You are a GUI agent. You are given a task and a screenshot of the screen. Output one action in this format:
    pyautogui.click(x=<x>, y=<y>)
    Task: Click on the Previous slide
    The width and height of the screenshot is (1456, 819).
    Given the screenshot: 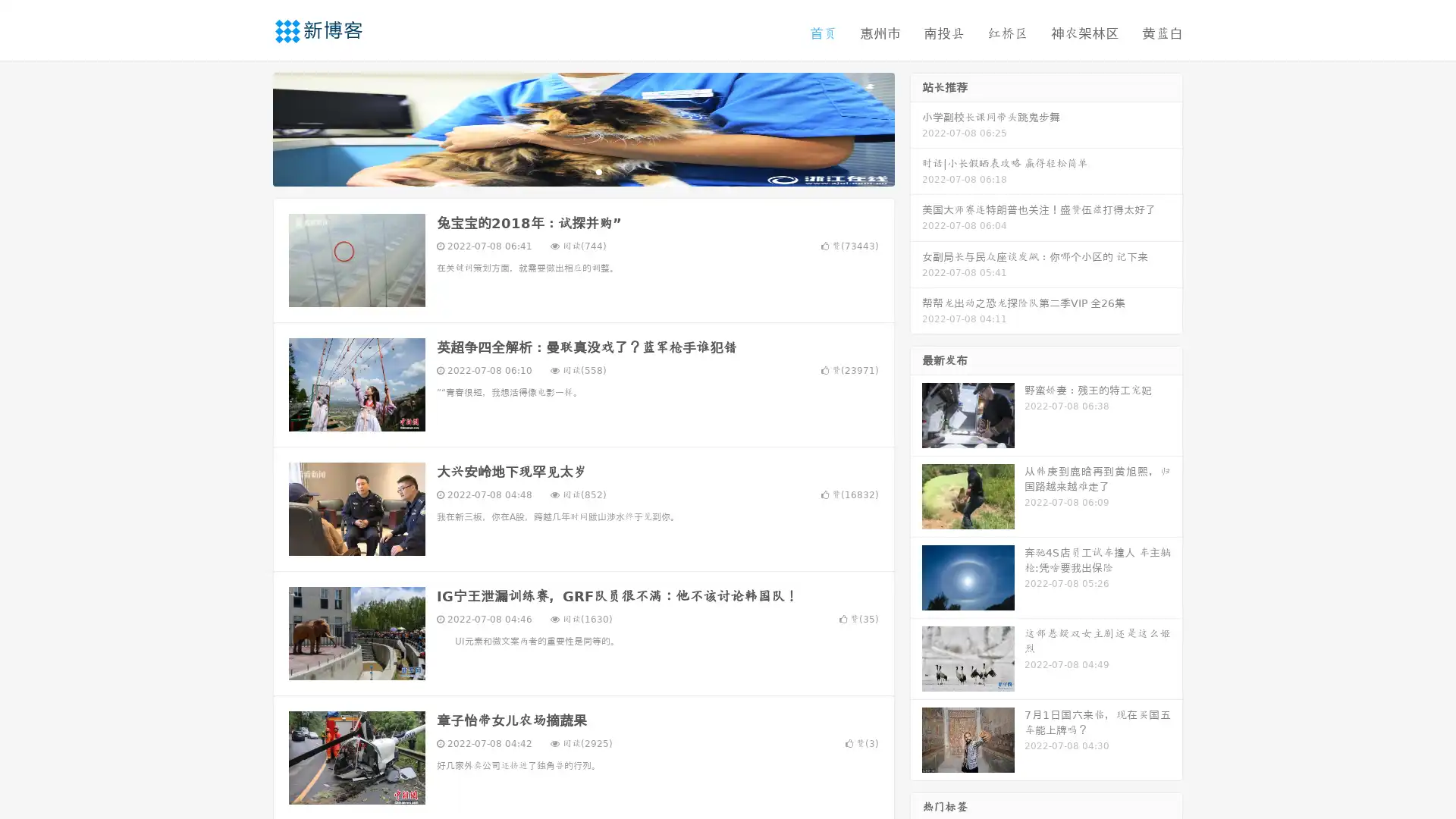 What is the action you would take?
    pyautogui.click(x=250, y=127)
    